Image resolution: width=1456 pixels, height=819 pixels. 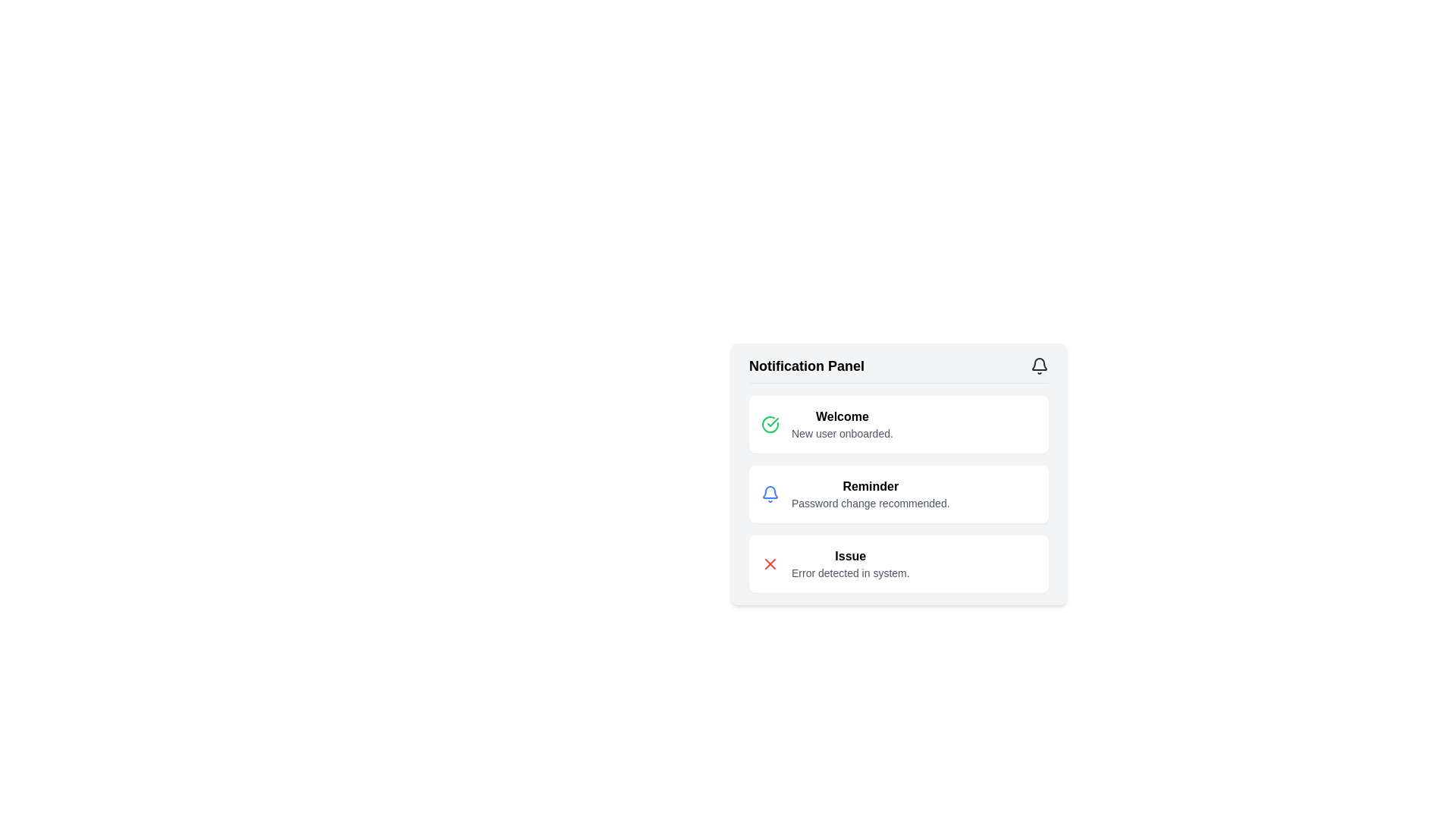 I want to click on the checkmark icon indicating success for the 'Welcome' notification in the Notification Panel, so click(x=773, y=422).